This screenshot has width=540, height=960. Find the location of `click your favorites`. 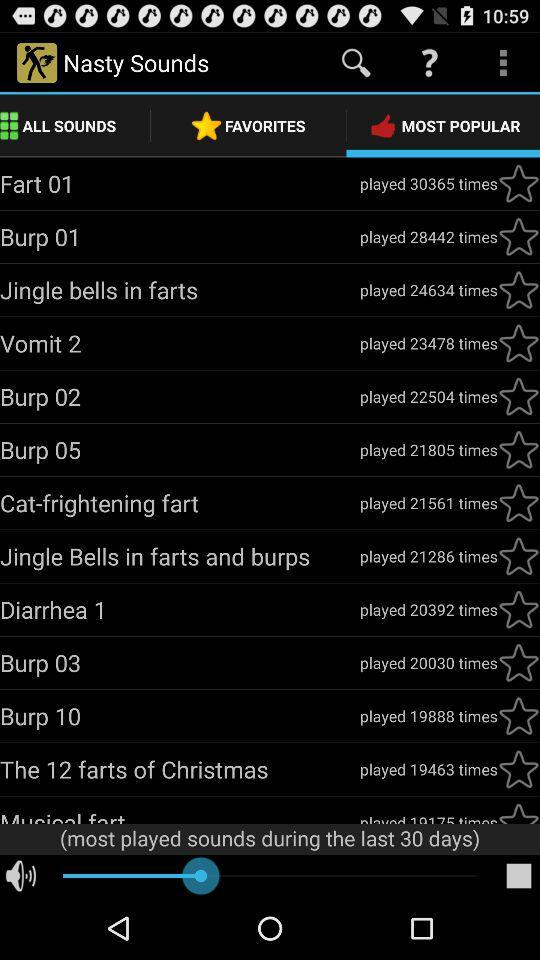

click your favorites is located at coordinates (518, 343).